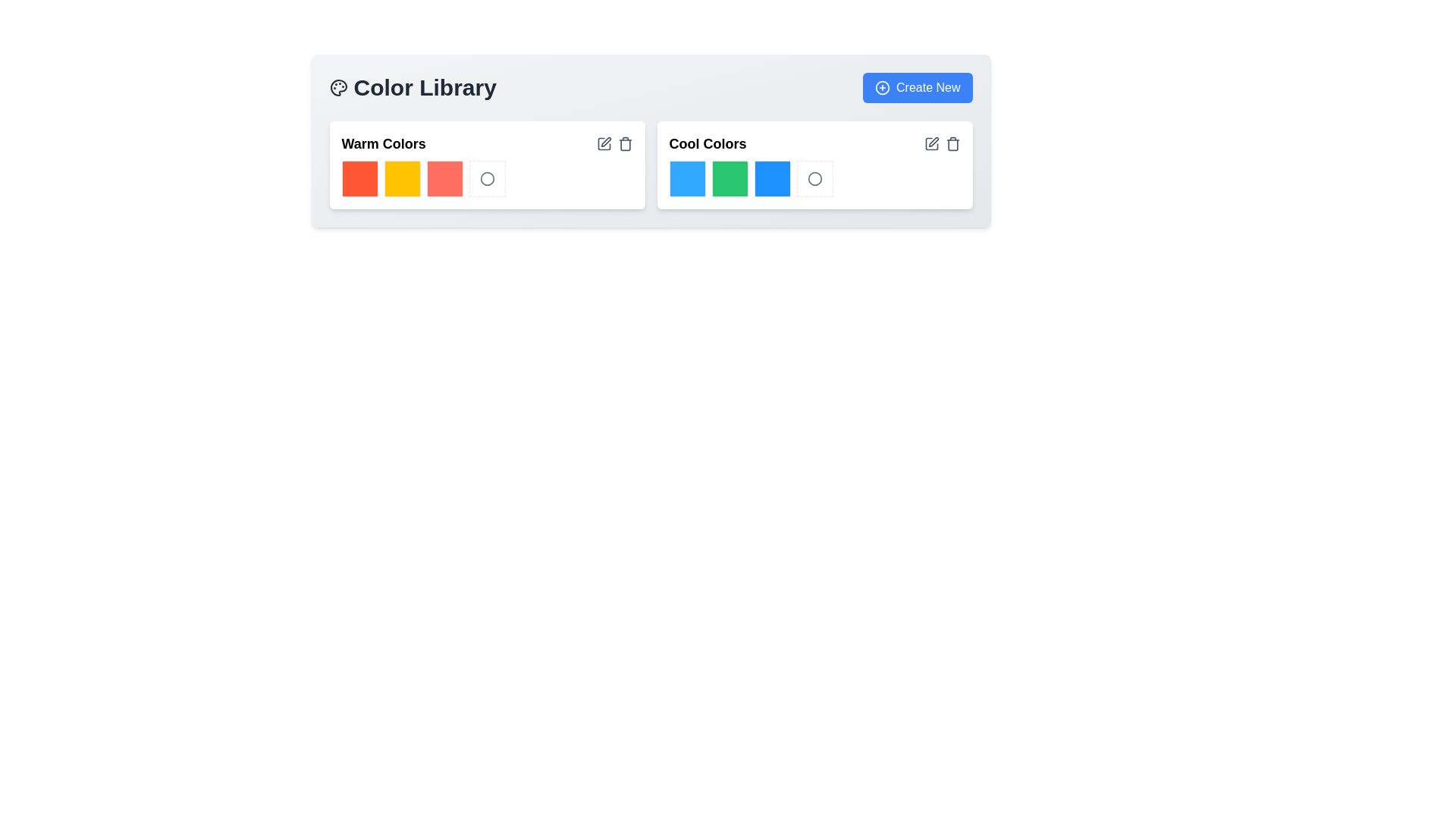 This screenshot has width=1456, height=819. I want to click on the icon located at the top-right corner of the 'Cool Colors' section, so click(932, 142).